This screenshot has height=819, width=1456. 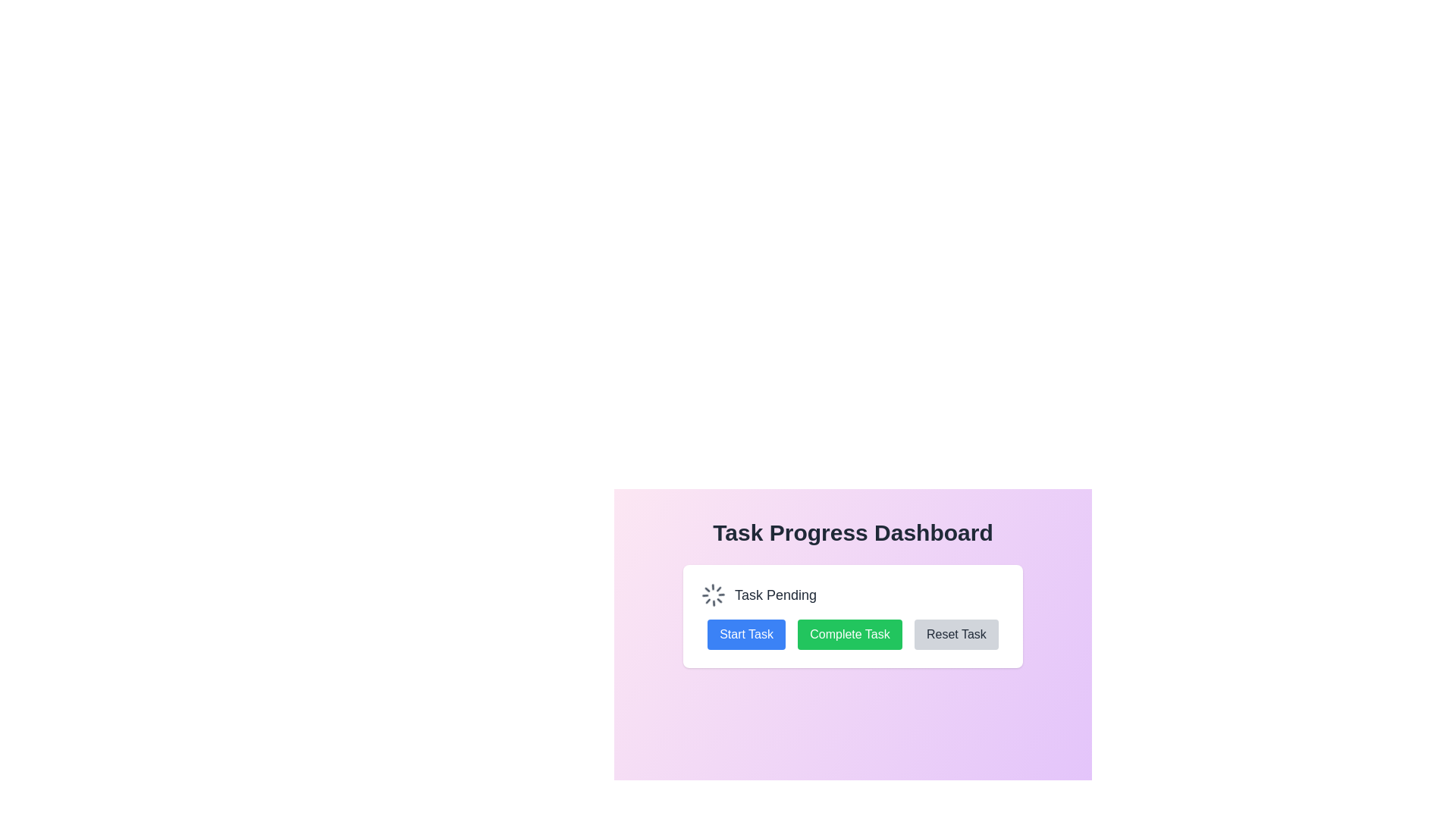 What do you see at coordinates (852, 626) in the screenshot?
I see `the 'Complete Task' button, which is the second button from the left in a group of three horizontally aligned buttons with a green background and white text, to observe hover-specific effects` at bounding box center [852, 626].